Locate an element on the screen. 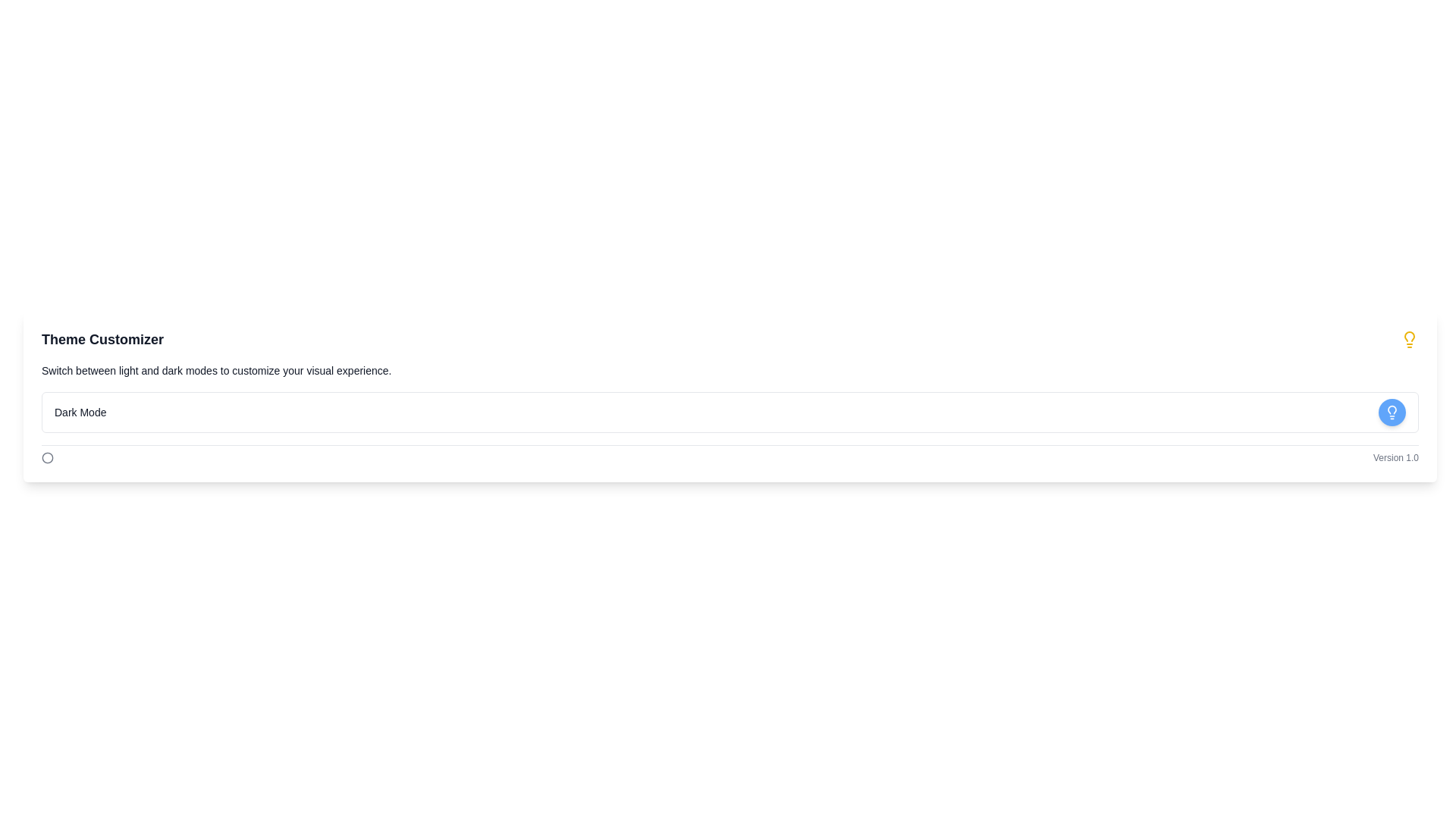 The image size is (1456, 819). circular icon located at the far left of the element cluster in the footer section, which is adjacent to the 'Version 1.0' label is located at coordinates (47, 457).